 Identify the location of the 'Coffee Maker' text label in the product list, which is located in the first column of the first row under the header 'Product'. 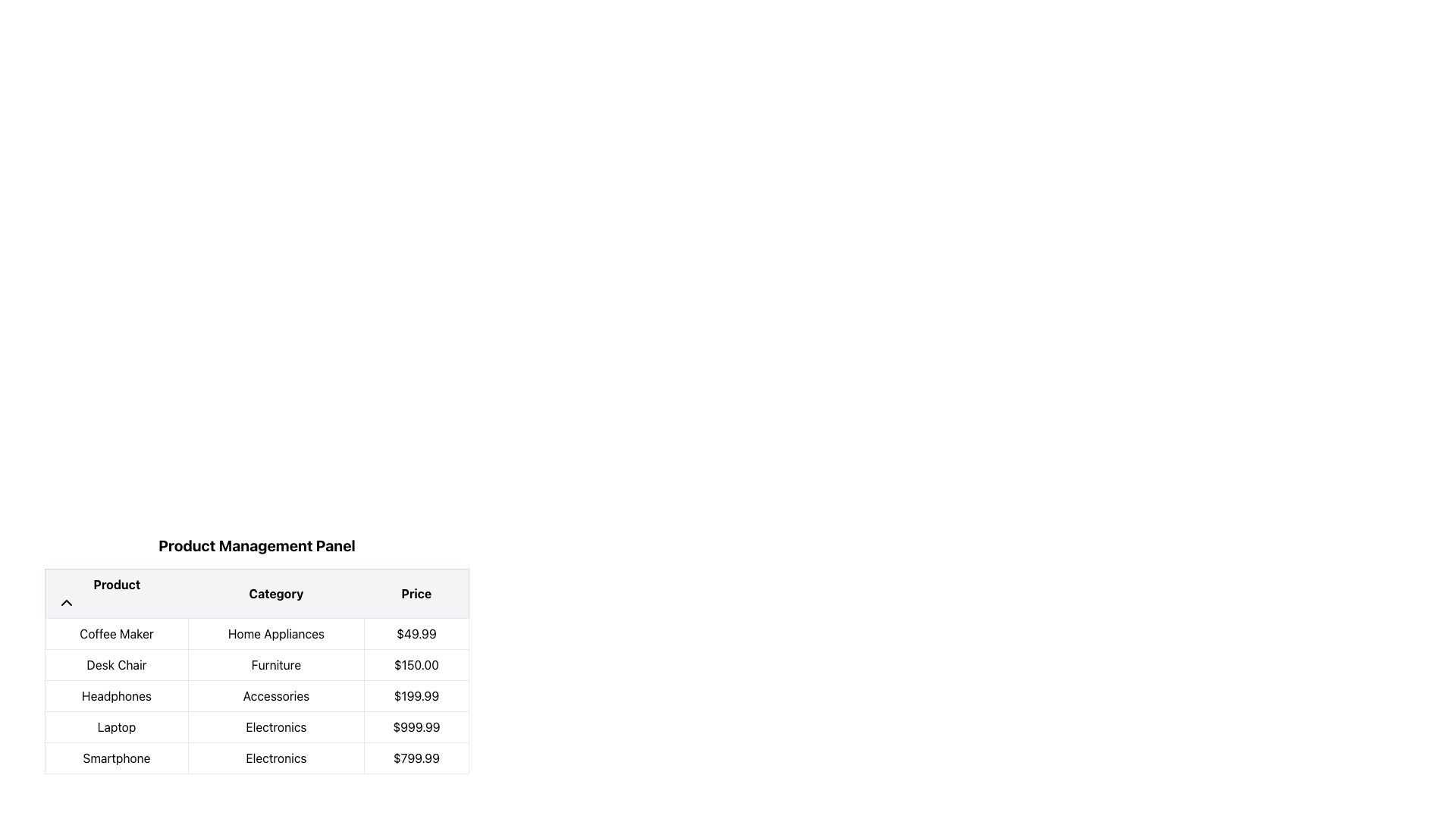
(115, 634).